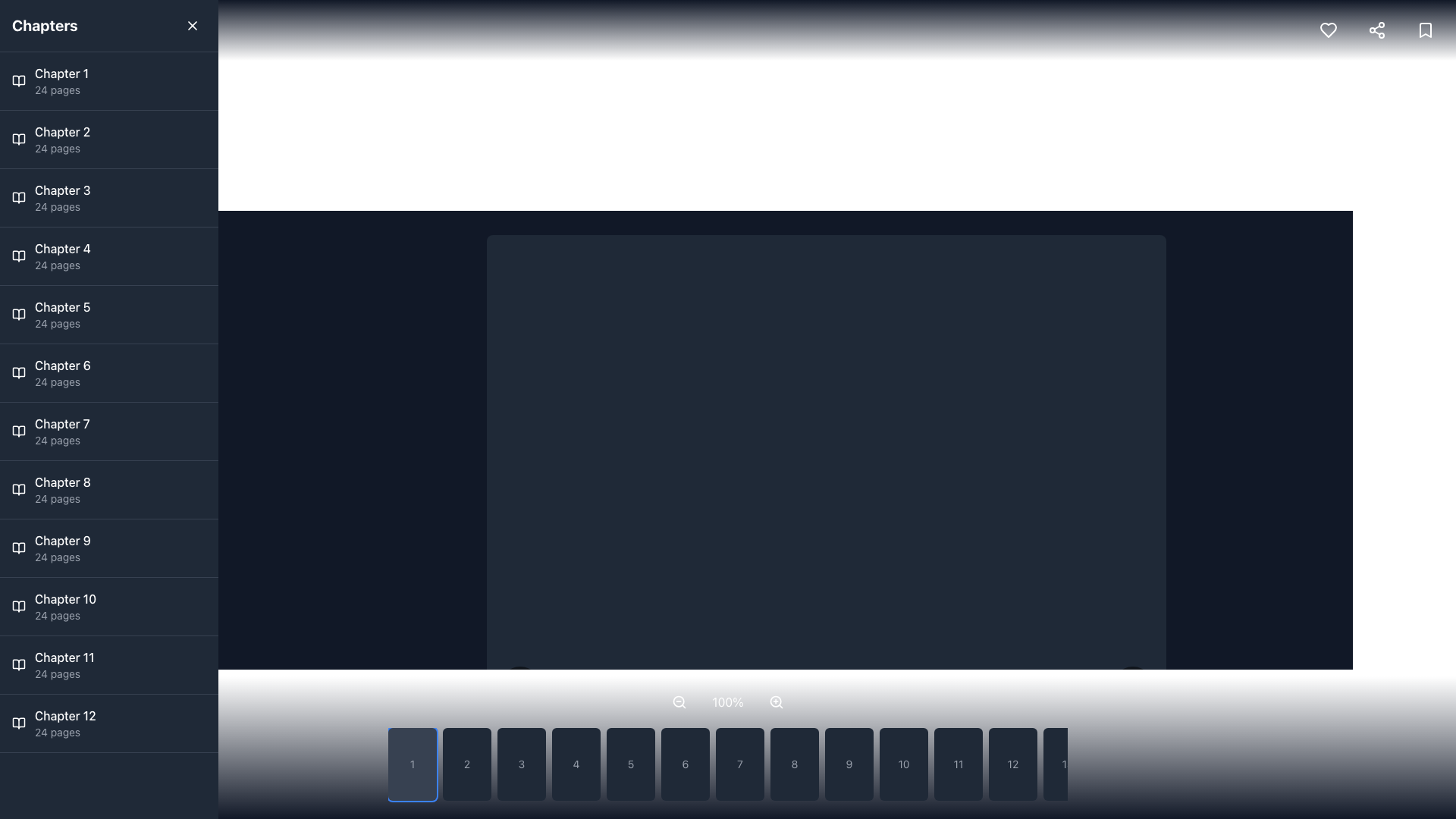 The image size is (1456, 819). What do you see at coordinates (18, 140) in the screenshot?
I see `the open book icon located next to 'Chapter 2' and '24 pages' in the Chapters list` at bounding box center [18, 140].